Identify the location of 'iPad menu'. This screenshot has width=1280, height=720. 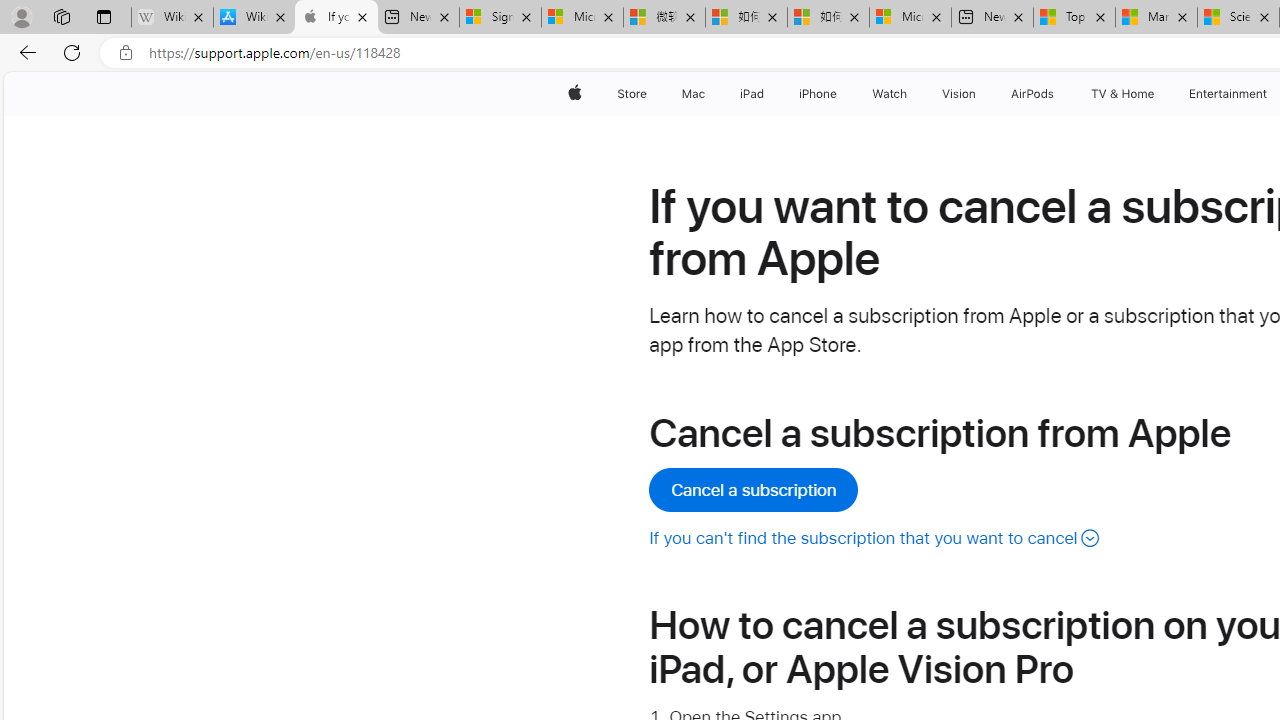
(767, 93).